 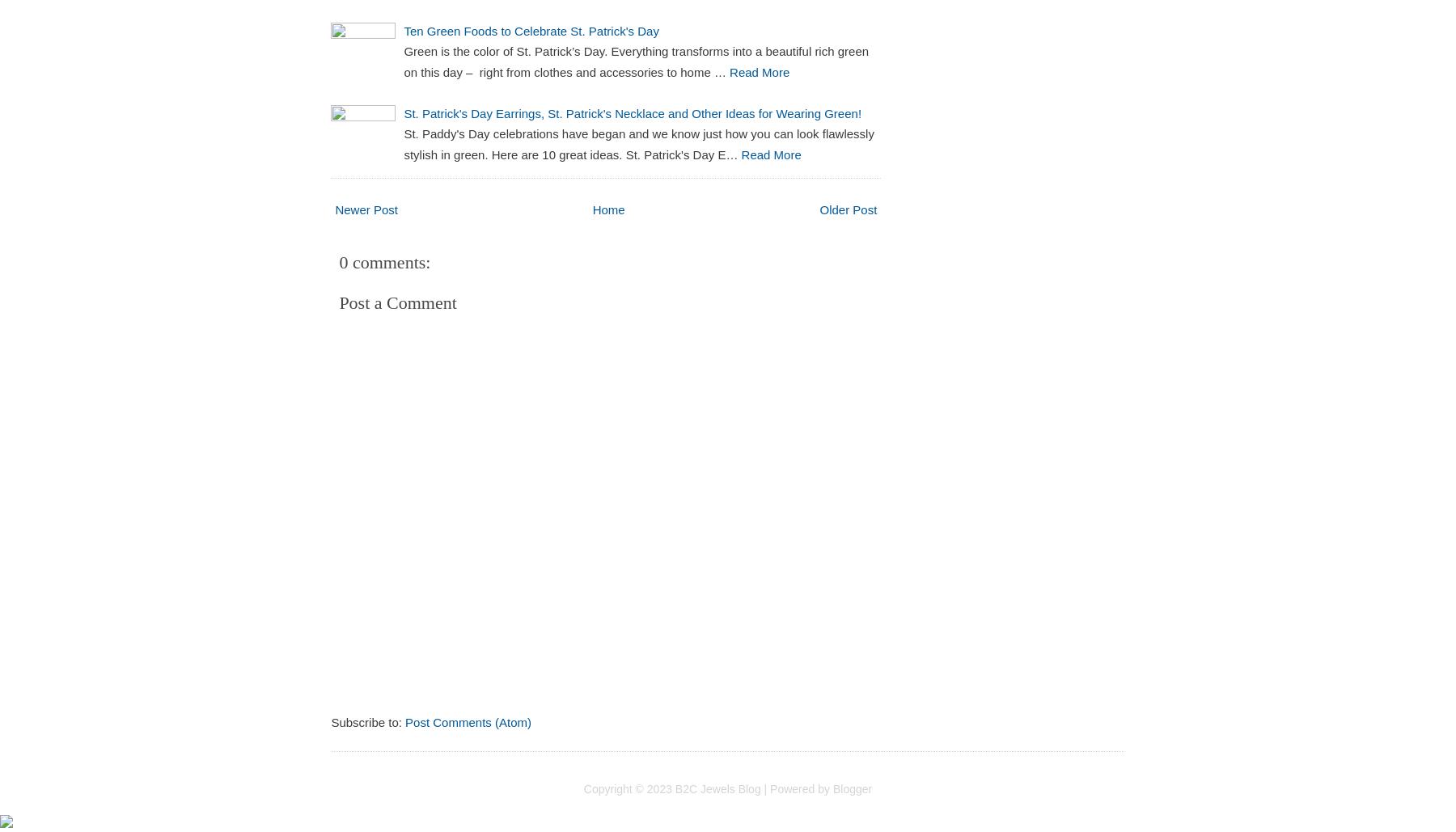 What do you see at coordinates (402, 144) in the screenshot?
I see `'St. Paddy's Day celebrations have began and we know just how you can look flawlessly stylish in green. Here are 10 great ideas. 

St. Patrick's Day E…'` at bounding box center [402, 144].